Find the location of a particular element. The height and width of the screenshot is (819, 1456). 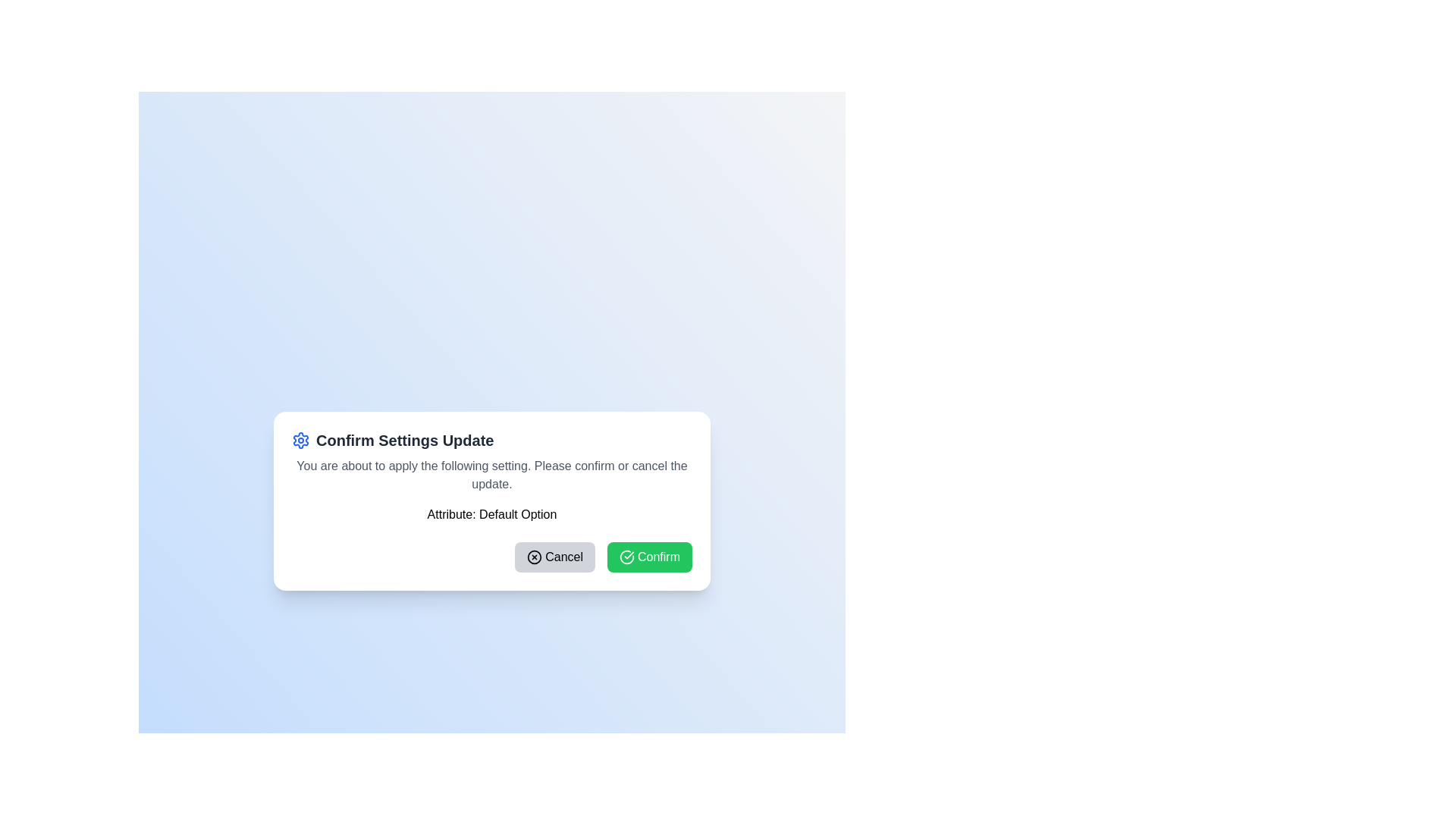

the text label within the green confirmation button located at the bottom right of the confirmation dialog box, which indicates its function to confirm an operation is located at coordinates (658, 557).